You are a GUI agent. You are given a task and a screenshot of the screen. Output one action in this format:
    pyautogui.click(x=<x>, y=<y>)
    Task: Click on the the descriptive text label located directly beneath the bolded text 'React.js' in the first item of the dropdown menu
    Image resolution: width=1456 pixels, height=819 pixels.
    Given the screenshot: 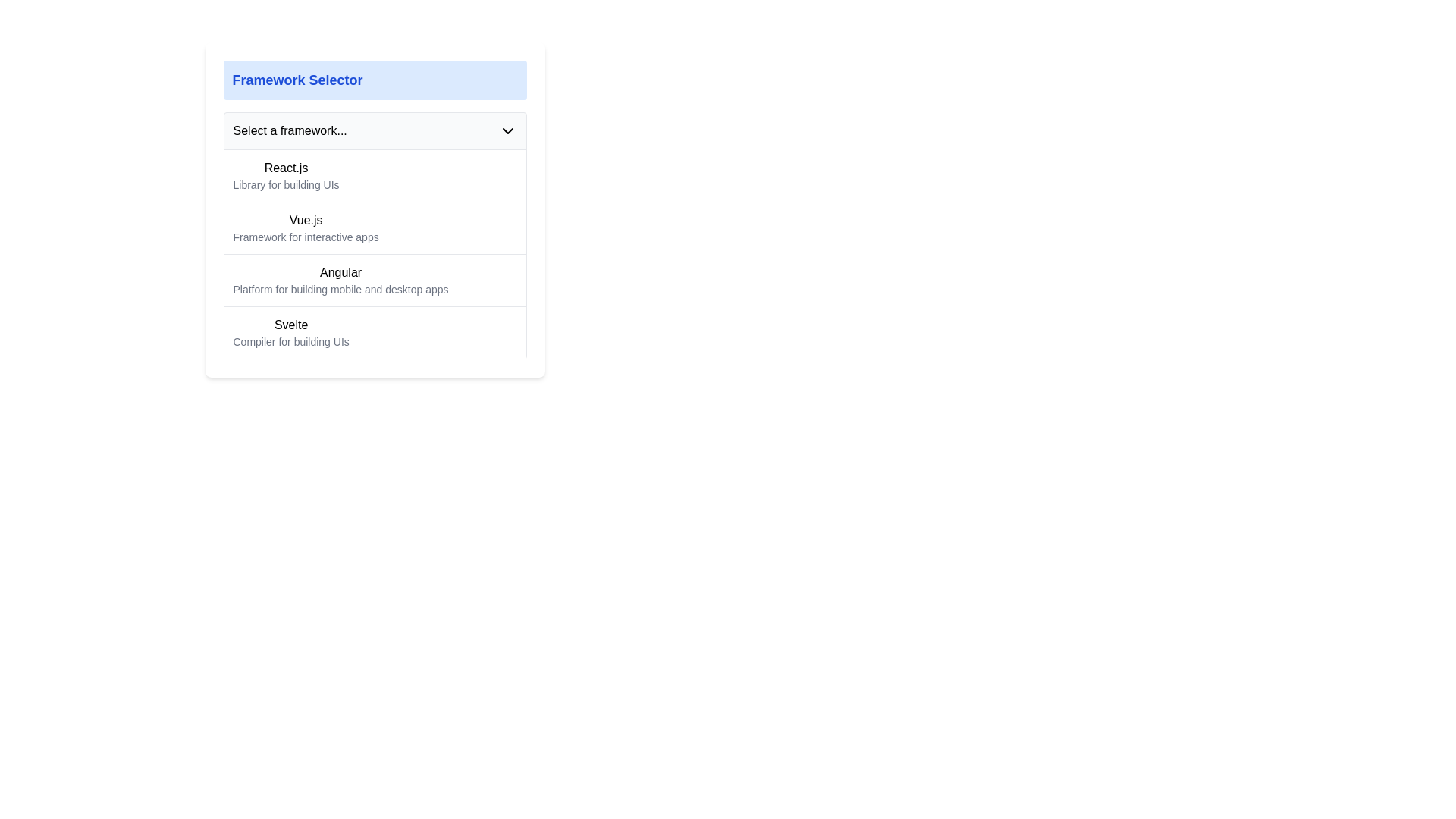 What is the action you would take?
    pyautogui.click(x=286, y=184)
    